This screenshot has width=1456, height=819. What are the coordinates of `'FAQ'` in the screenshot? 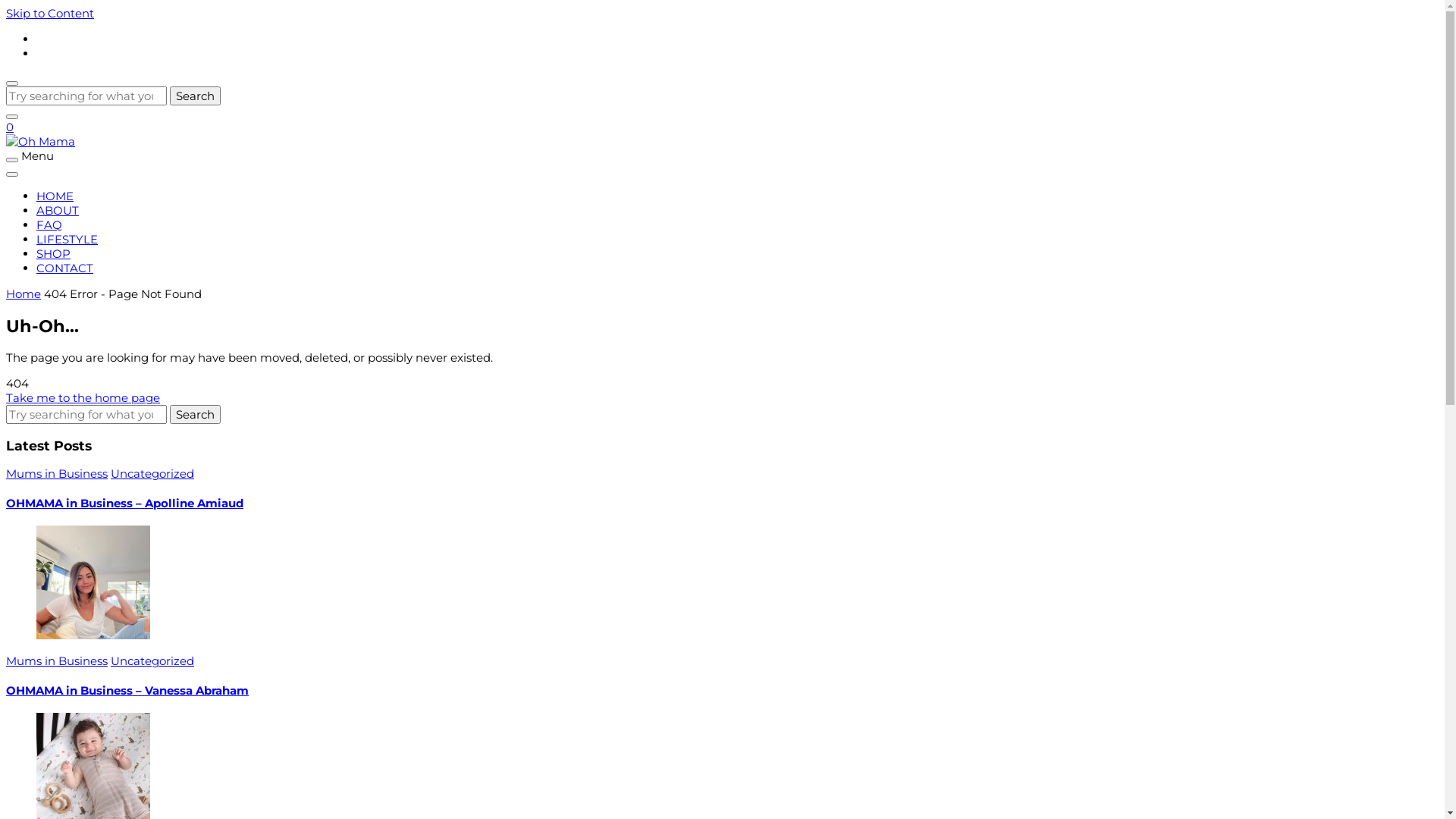 It's located at (49, 224).